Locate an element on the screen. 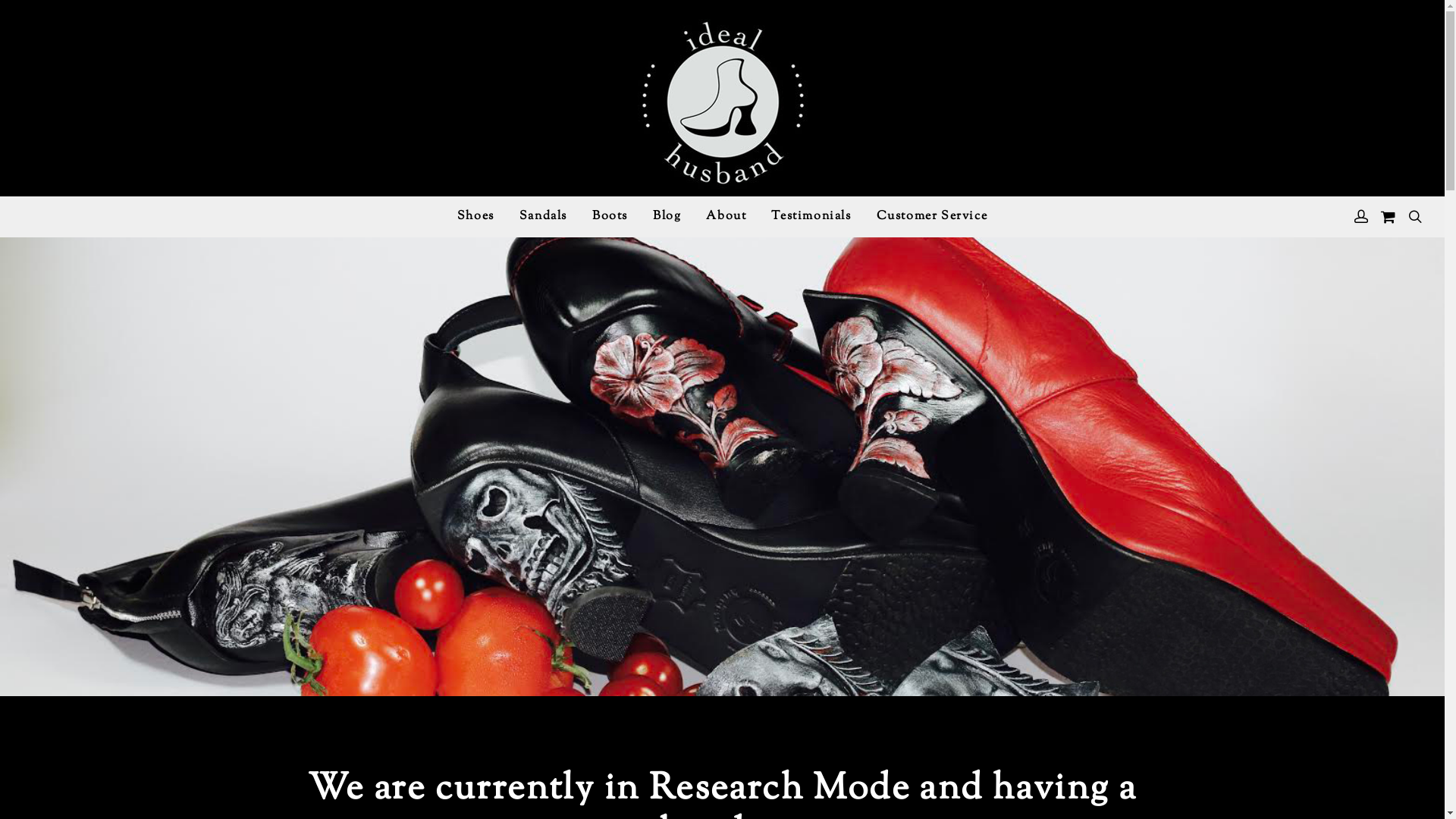  'Customer Service' is located at coordinates (877, 216).